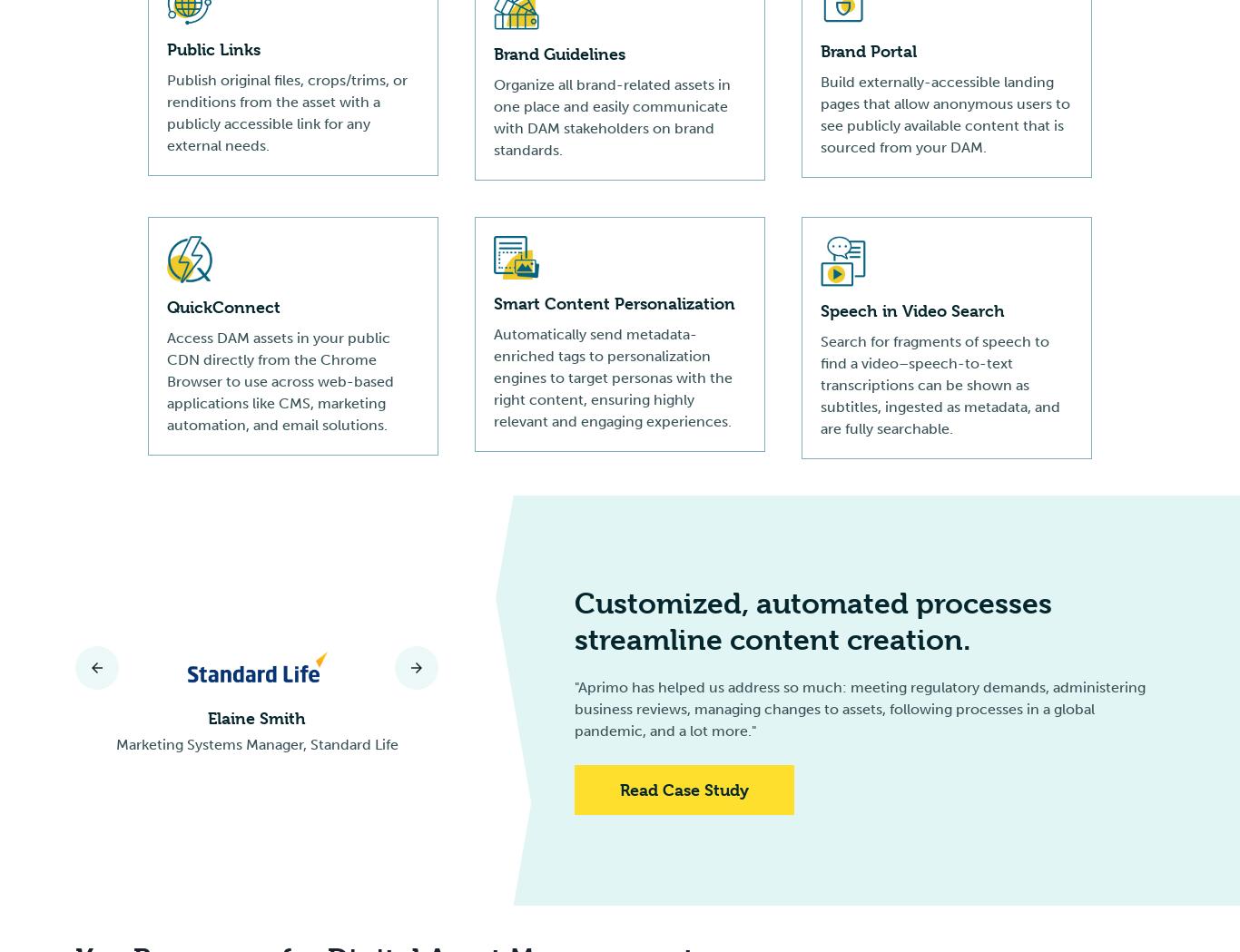 The width and height of the screenshot is (1240, 952). Describe the element at coordinates (574, 709) in the screenshot. I see `'"Aprimo has helped us address so much: meeting regulatory demands, administering business reviews, managing changes to assets, following processes in a global pandemic, and a lot more."'` at that location.